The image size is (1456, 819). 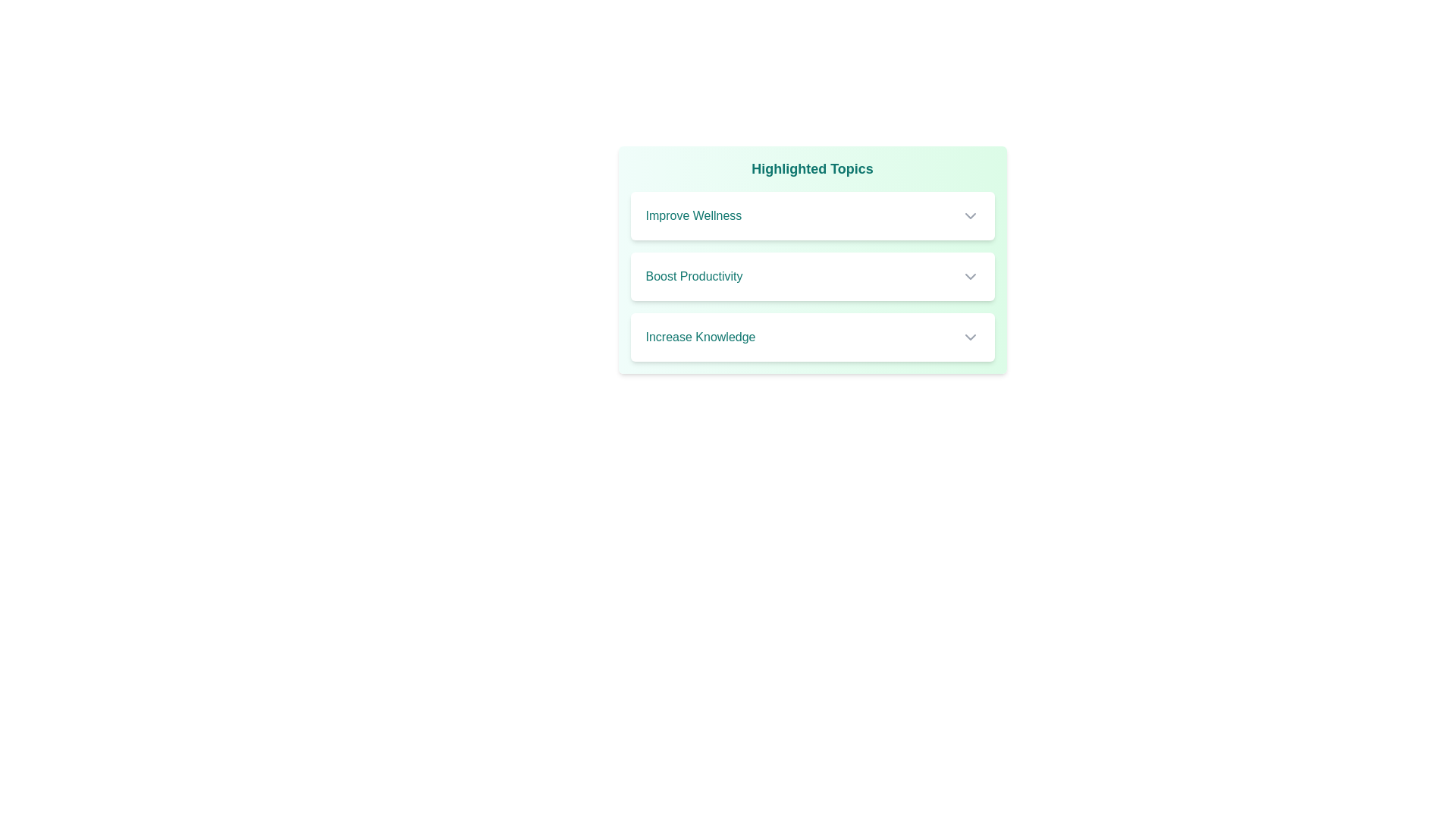 What do you see at coordinates (969, 277) in the screenshot?
I see `the Chevron, Downward icon in the 'Boost Productivity' section to trigger tooltip or visual feedback` at bounding box center [969, 277].